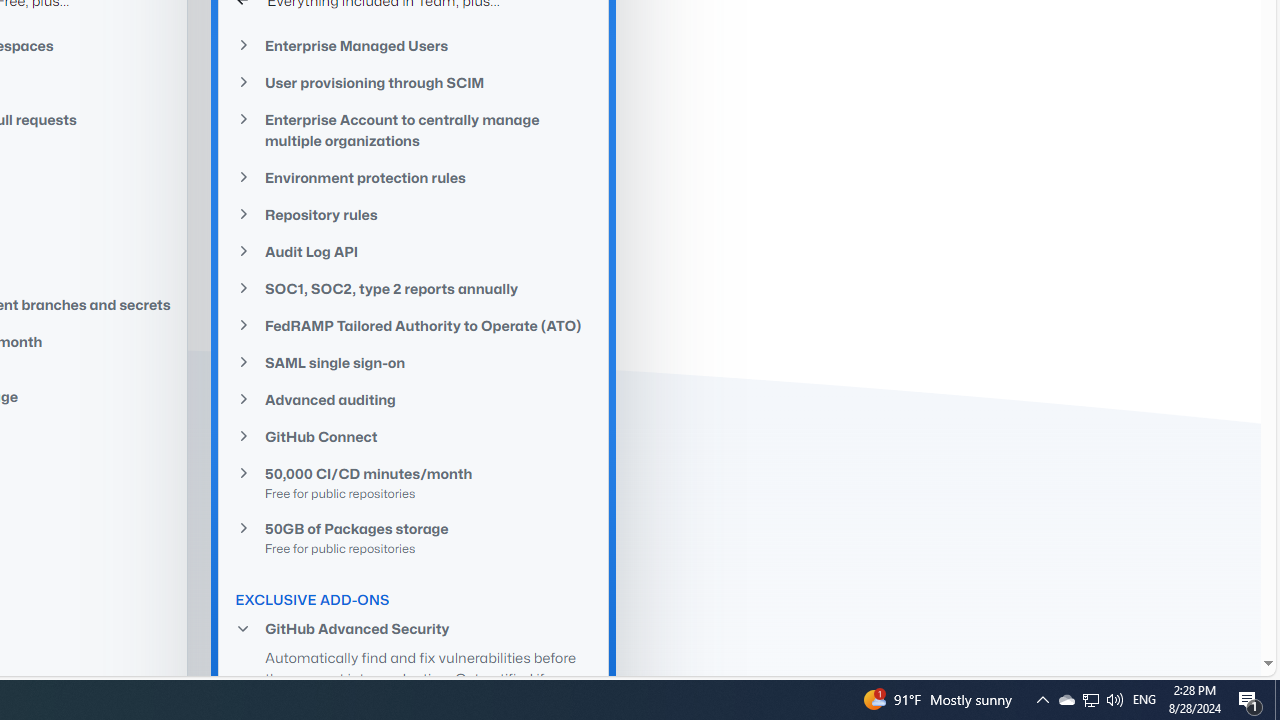 The width and height of the screenshot is (1280, 720). What do you see at coordinates (413, 288) in the screenshot?
I see `'SOC1, SOC2, type 2 reports annually'` at bounding box center [413, 288].